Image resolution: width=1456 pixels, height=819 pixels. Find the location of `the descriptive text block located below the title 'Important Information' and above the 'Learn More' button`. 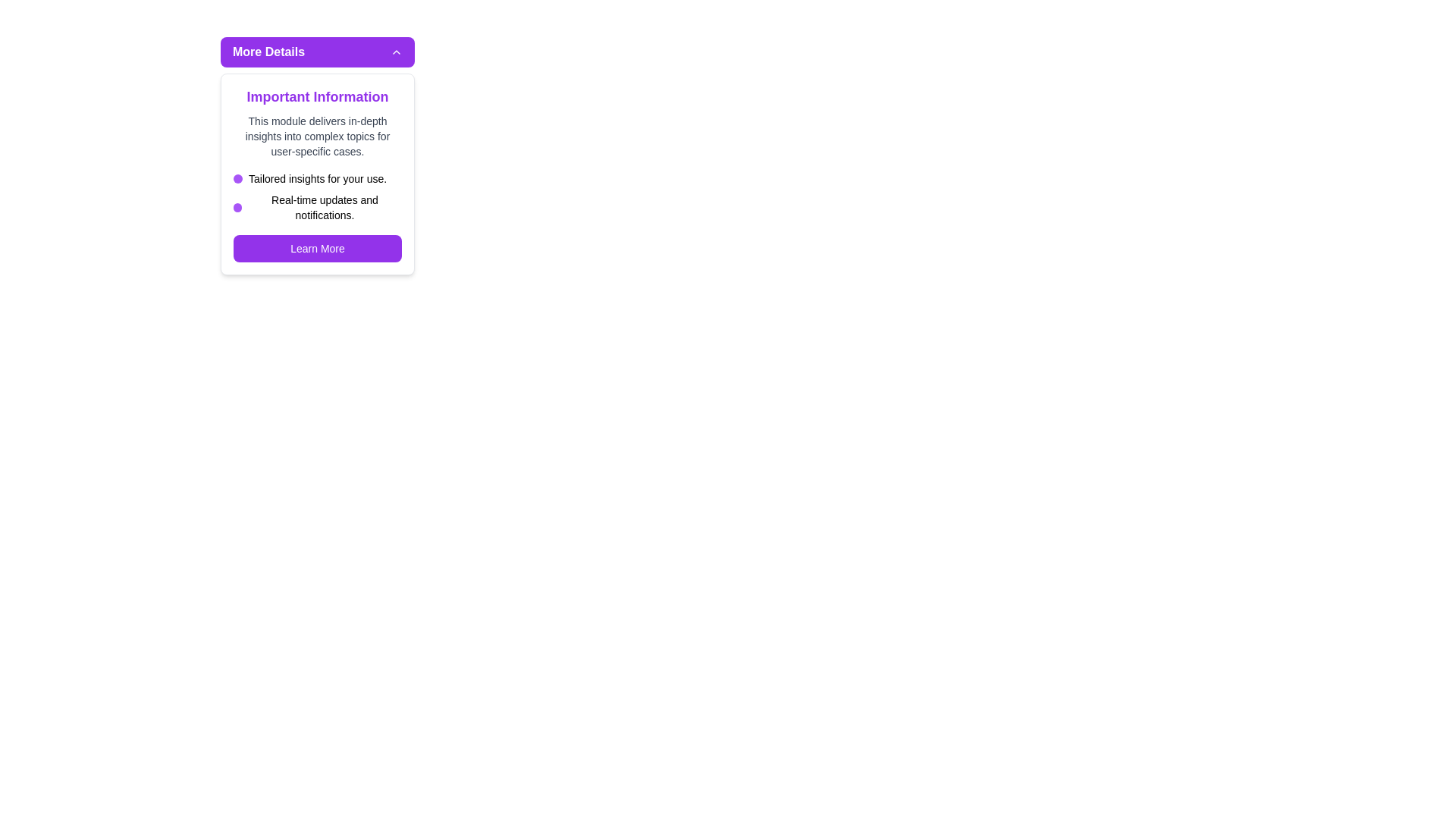

the descriptive text block located below the title 'Important Information' and above the 'Learn More' button is located at coordinates (316, 136).